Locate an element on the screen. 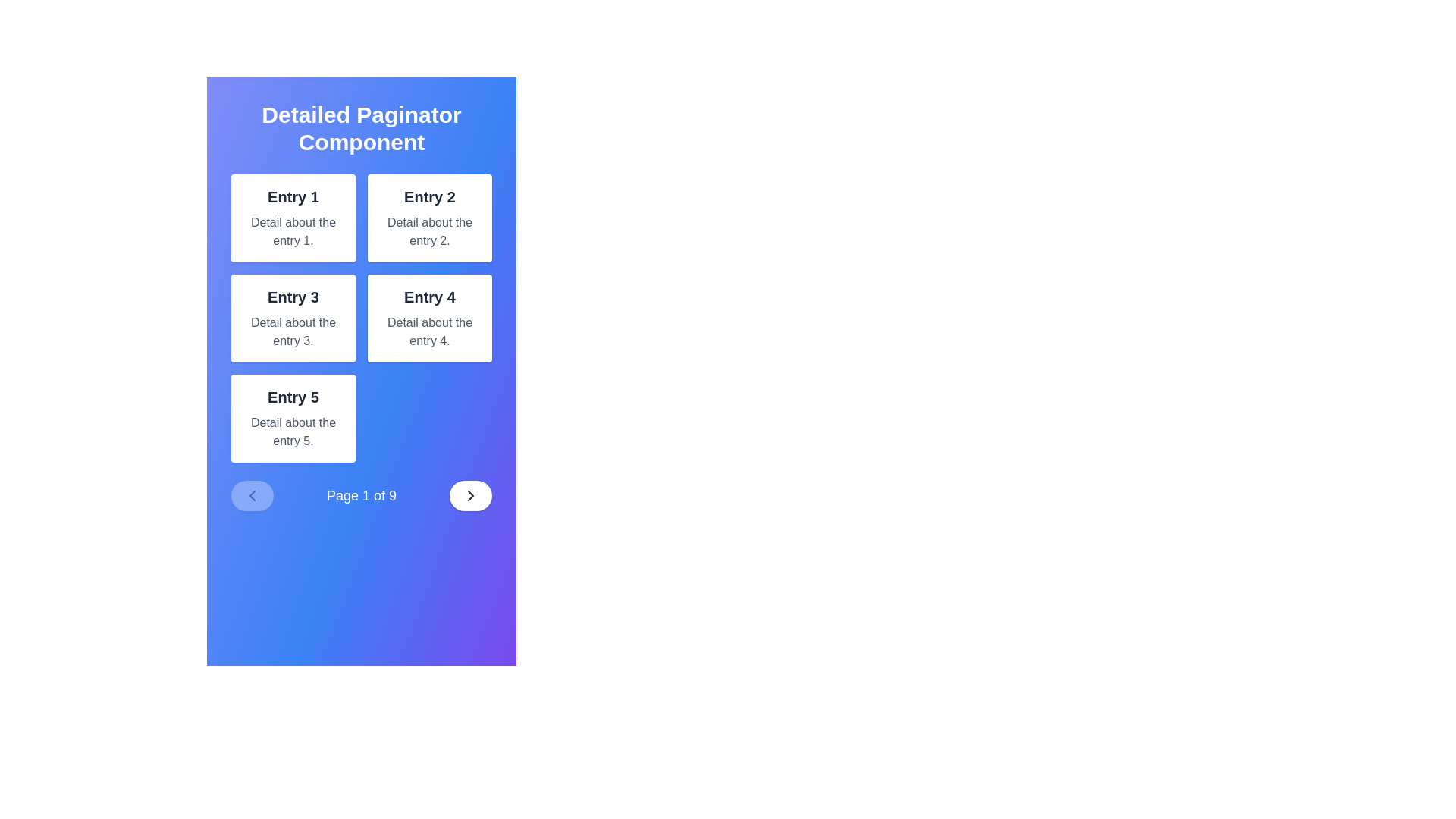 Image resolution: width=1456 pixels, height=819 pixels. an individual entry within the Grid Layout that is centrally positioned below the 'Detailed Paginator Component' header is located at coordinates (360, 318).